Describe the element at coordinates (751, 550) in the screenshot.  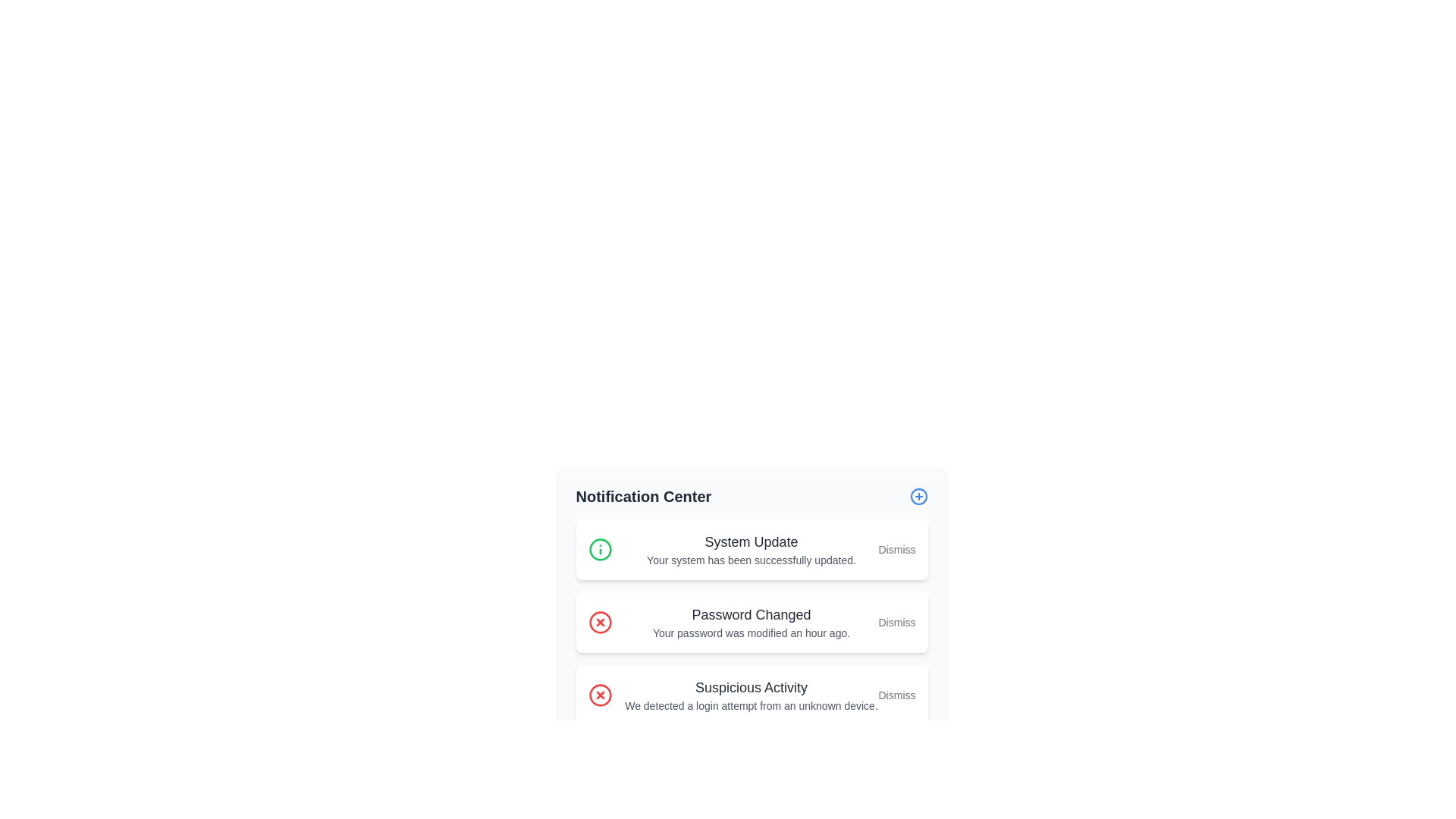
I see `the Static Text Display that shows the notification message 'System Update' and 'Your system has been successfully updated.'` at that location.